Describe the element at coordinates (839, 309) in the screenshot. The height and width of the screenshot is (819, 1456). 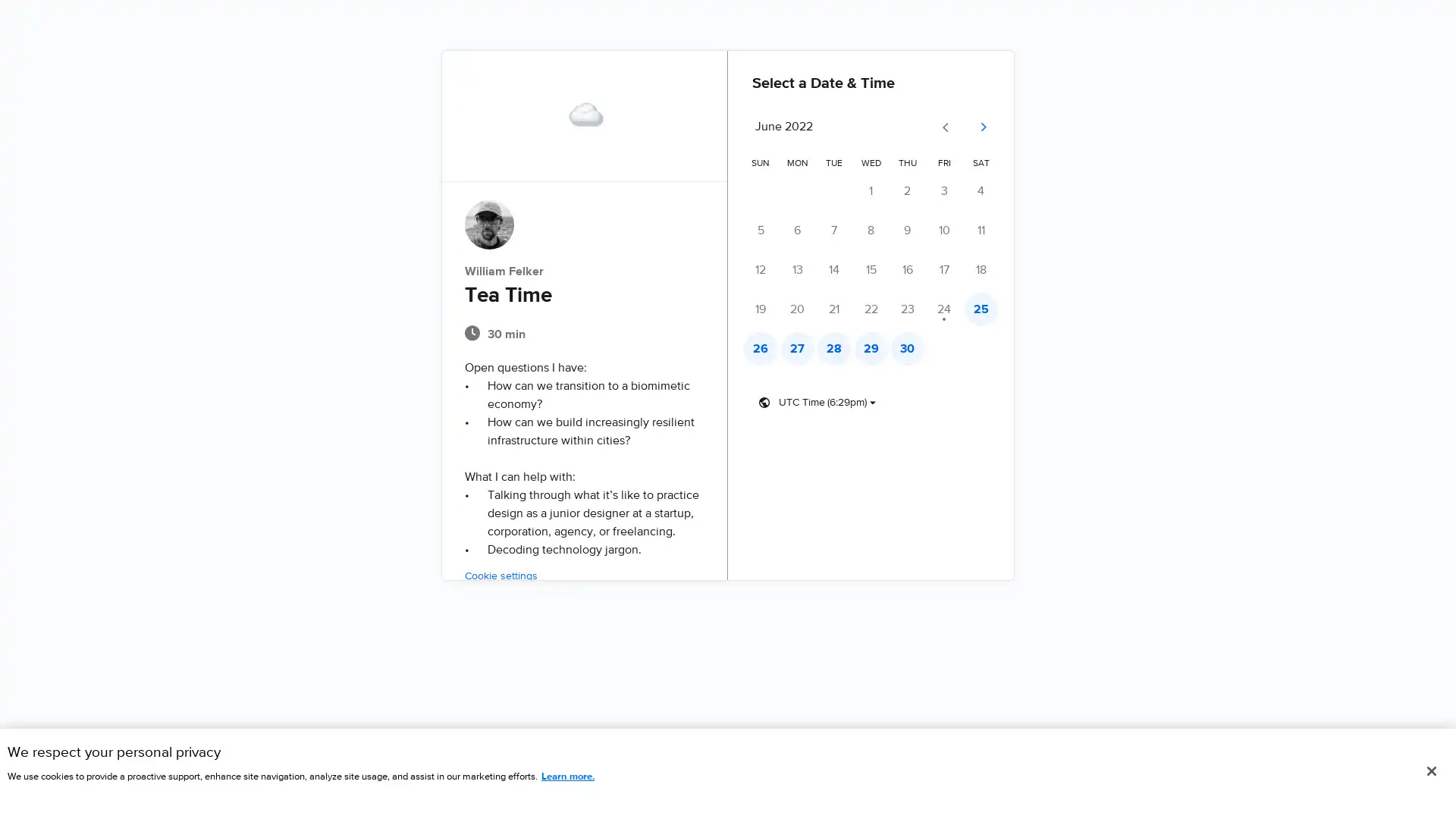
I see `Tuesday, June 21 - No times available` at that location.